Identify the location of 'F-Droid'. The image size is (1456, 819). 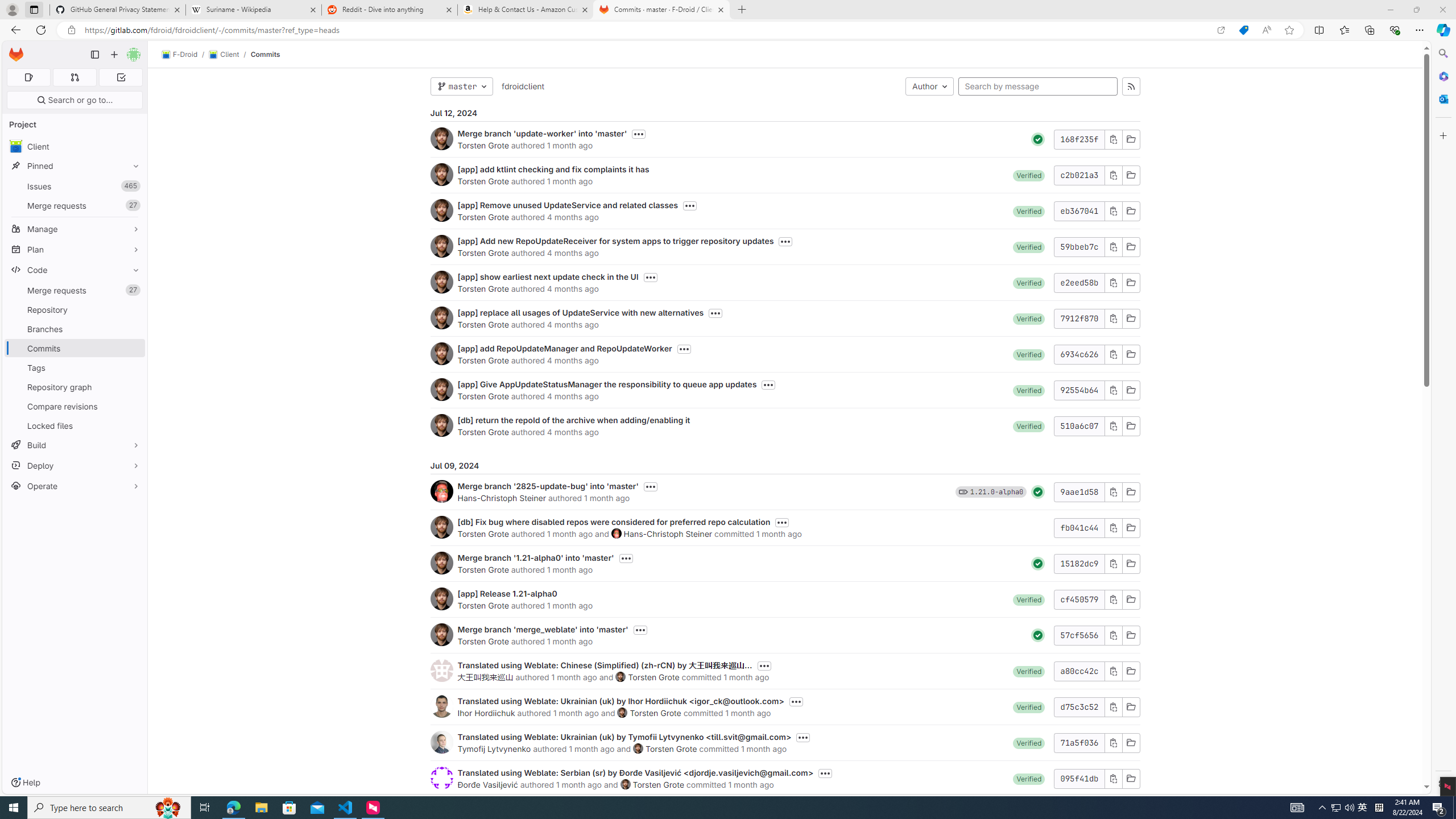
(179, 54).